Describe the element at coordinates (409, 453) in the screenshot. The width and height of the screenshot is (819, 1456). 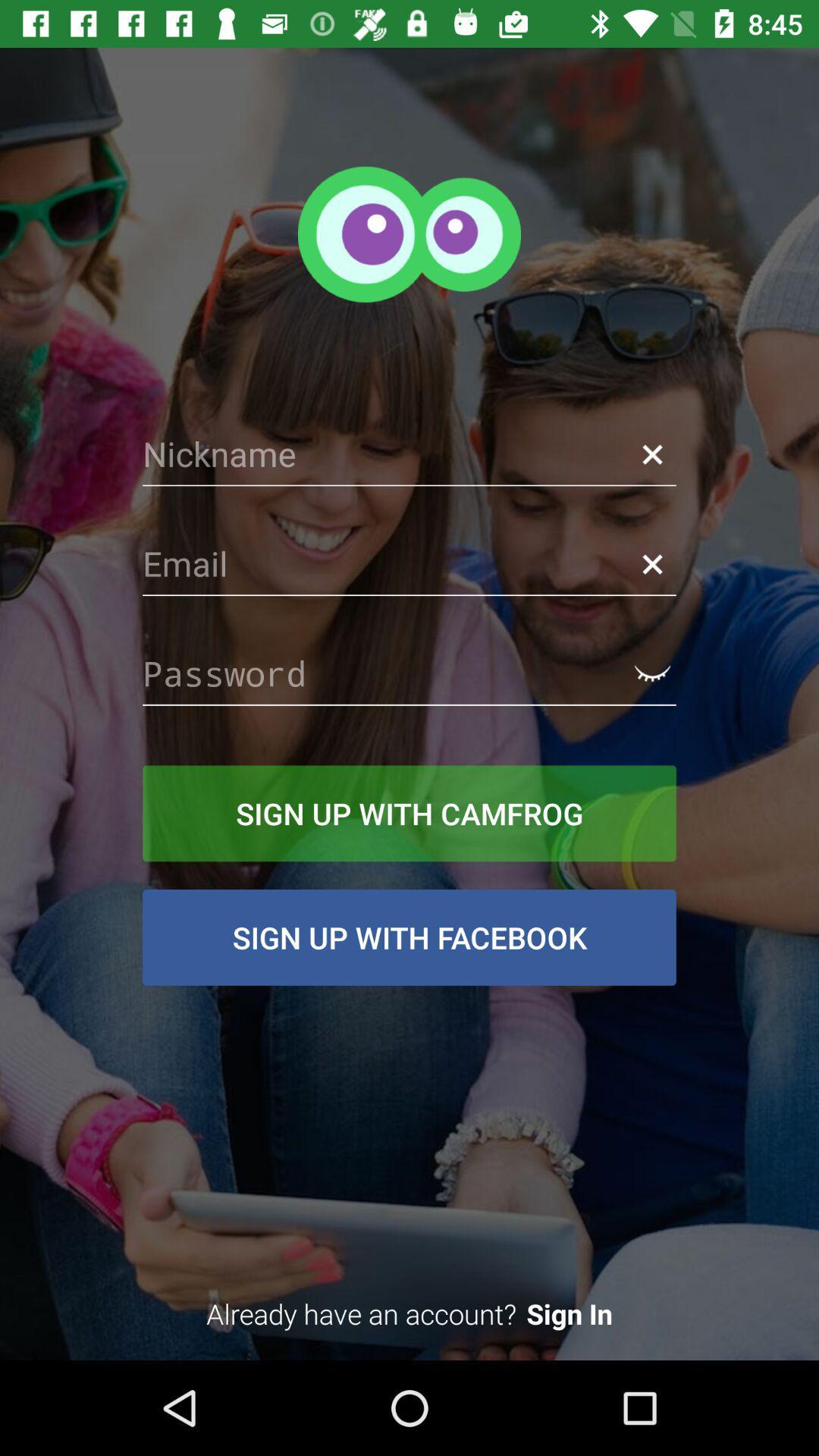
I see `name to prefer` at that location.